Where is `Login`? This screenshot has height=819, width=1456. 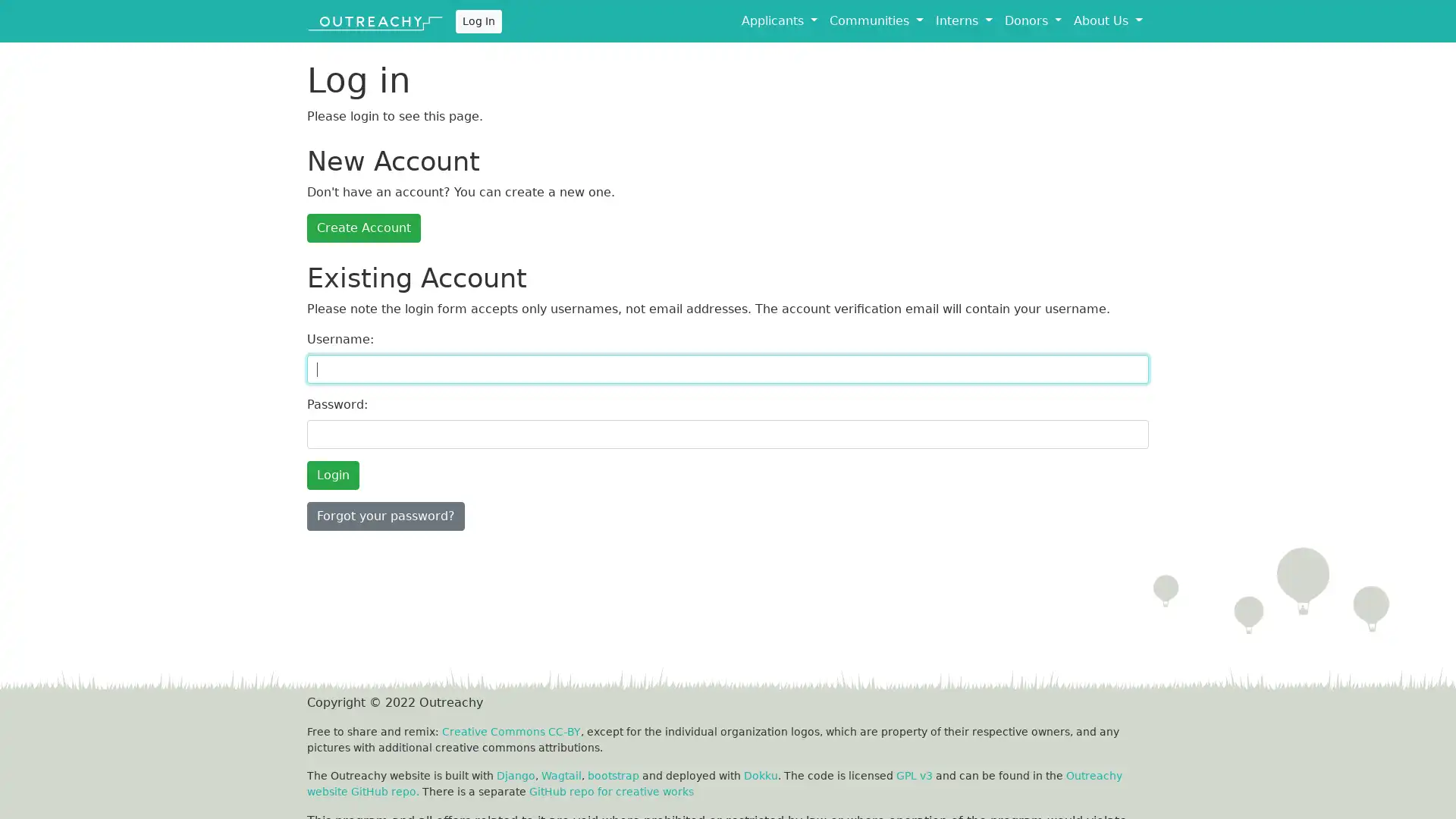
Login is located at coordinates (332, 475).